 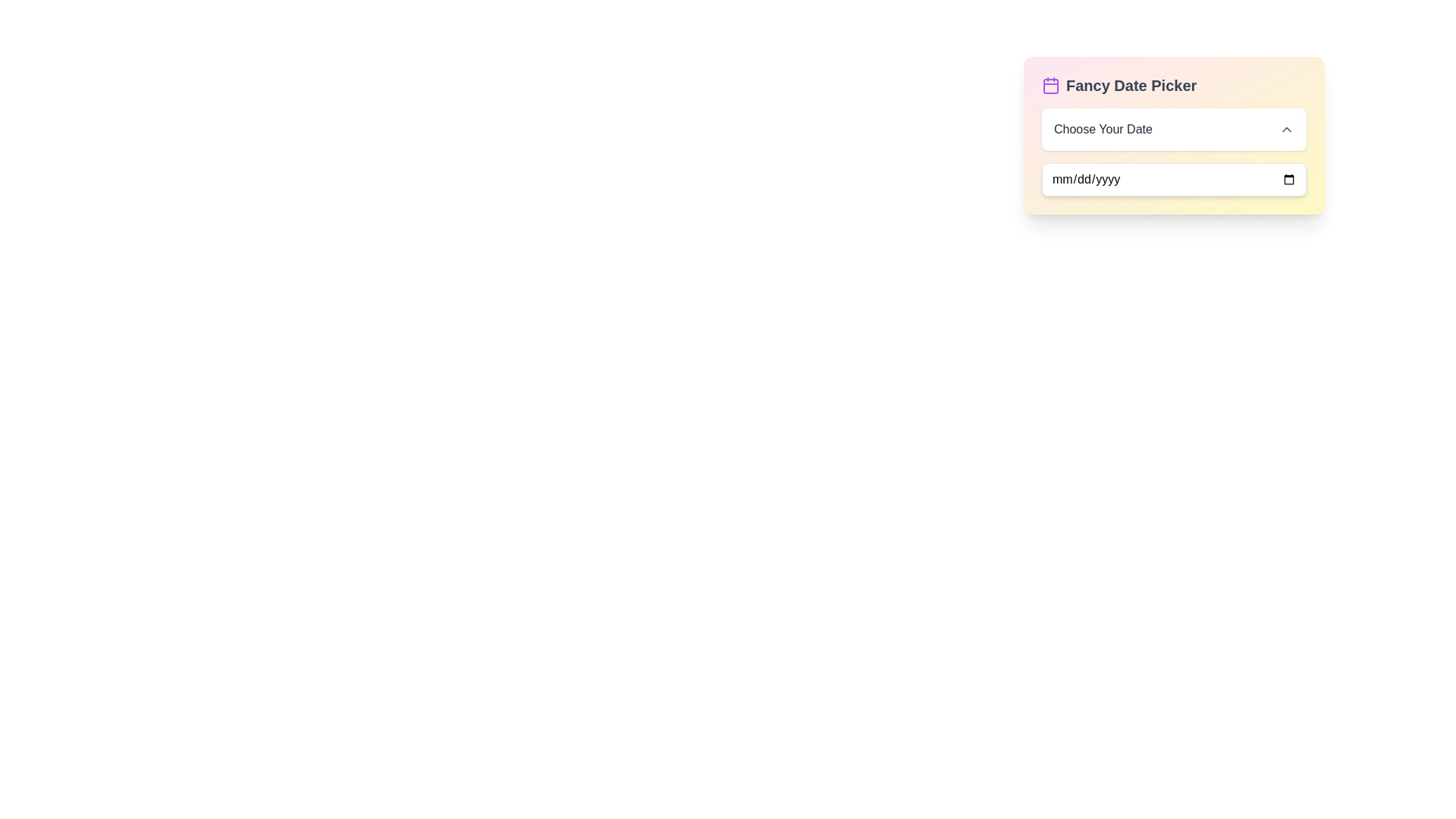 I want to click on the upward-pointing chevron icon located at the far-right of the 'Choose Your Date' text within the 'Fancy Date Picker' component, so click(x=1286, y=128).